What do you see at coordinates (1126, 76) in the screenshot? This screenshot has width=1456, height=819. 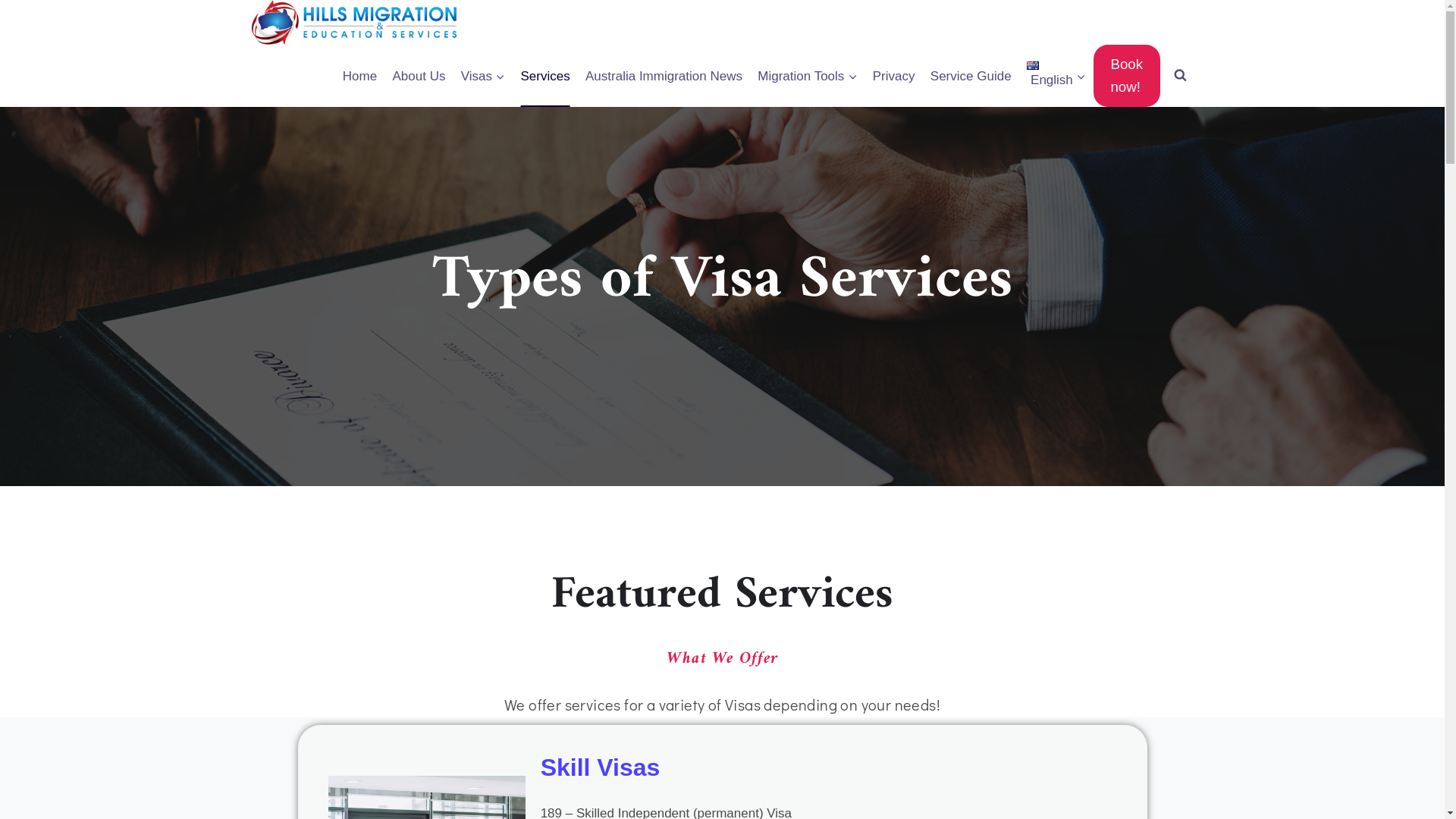 I see `'Book now!'` at bounding box center [1126, 76].